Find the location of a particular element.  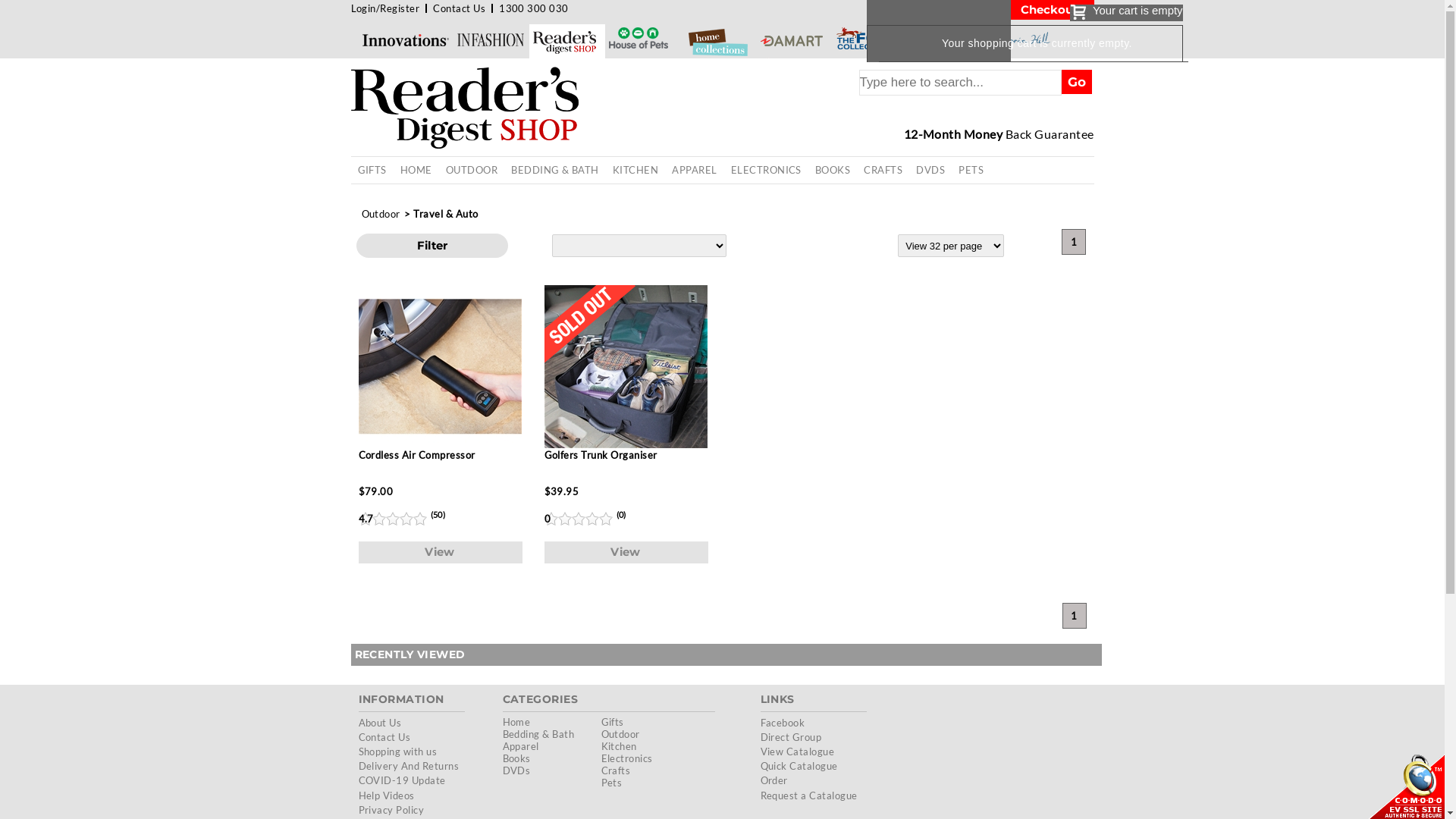

'HOME' is located at coordinates (416, 170).